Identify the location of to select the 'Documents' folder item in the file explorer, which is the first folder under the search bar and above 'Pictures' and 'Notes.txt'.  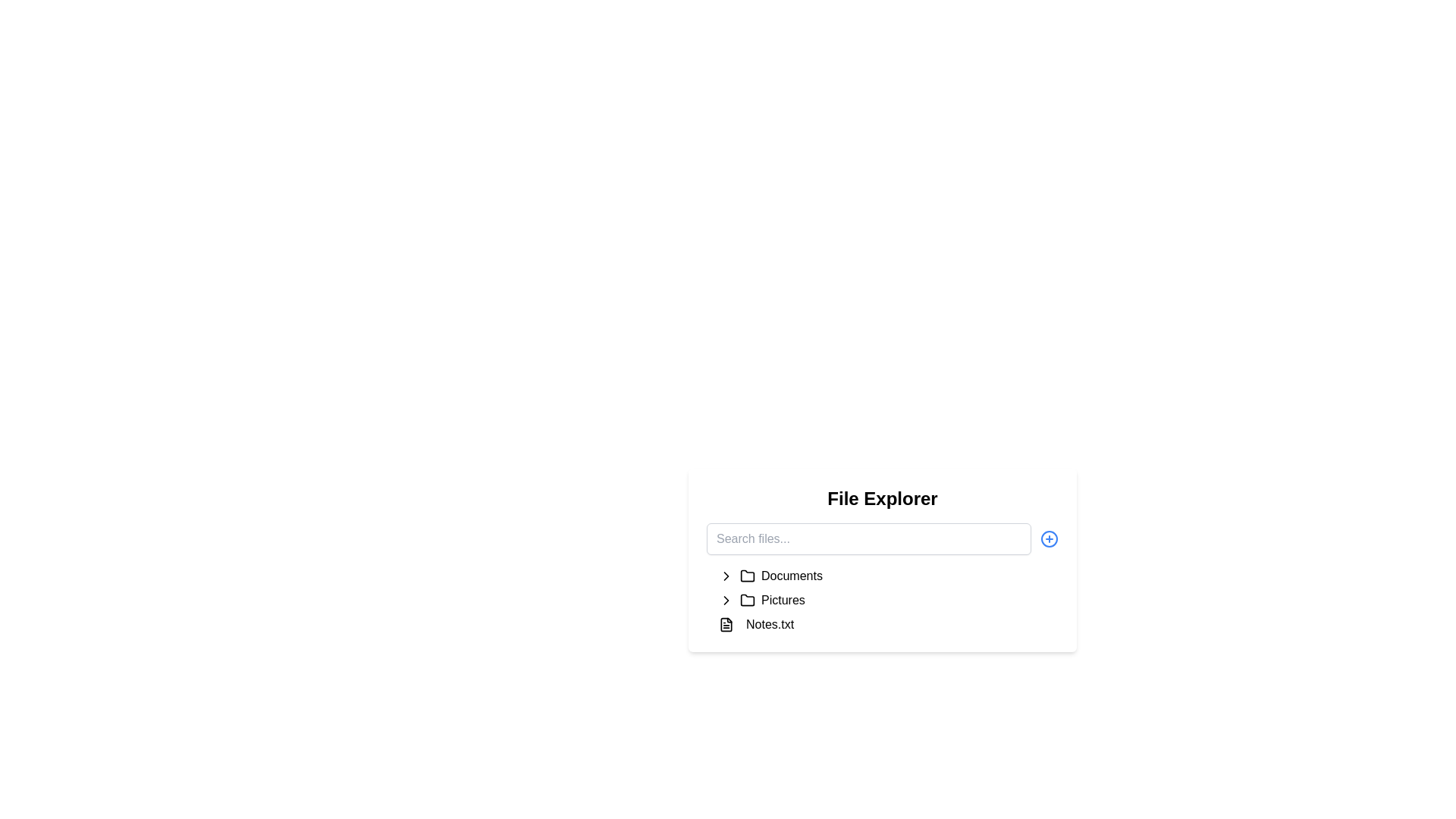
(888, 576).